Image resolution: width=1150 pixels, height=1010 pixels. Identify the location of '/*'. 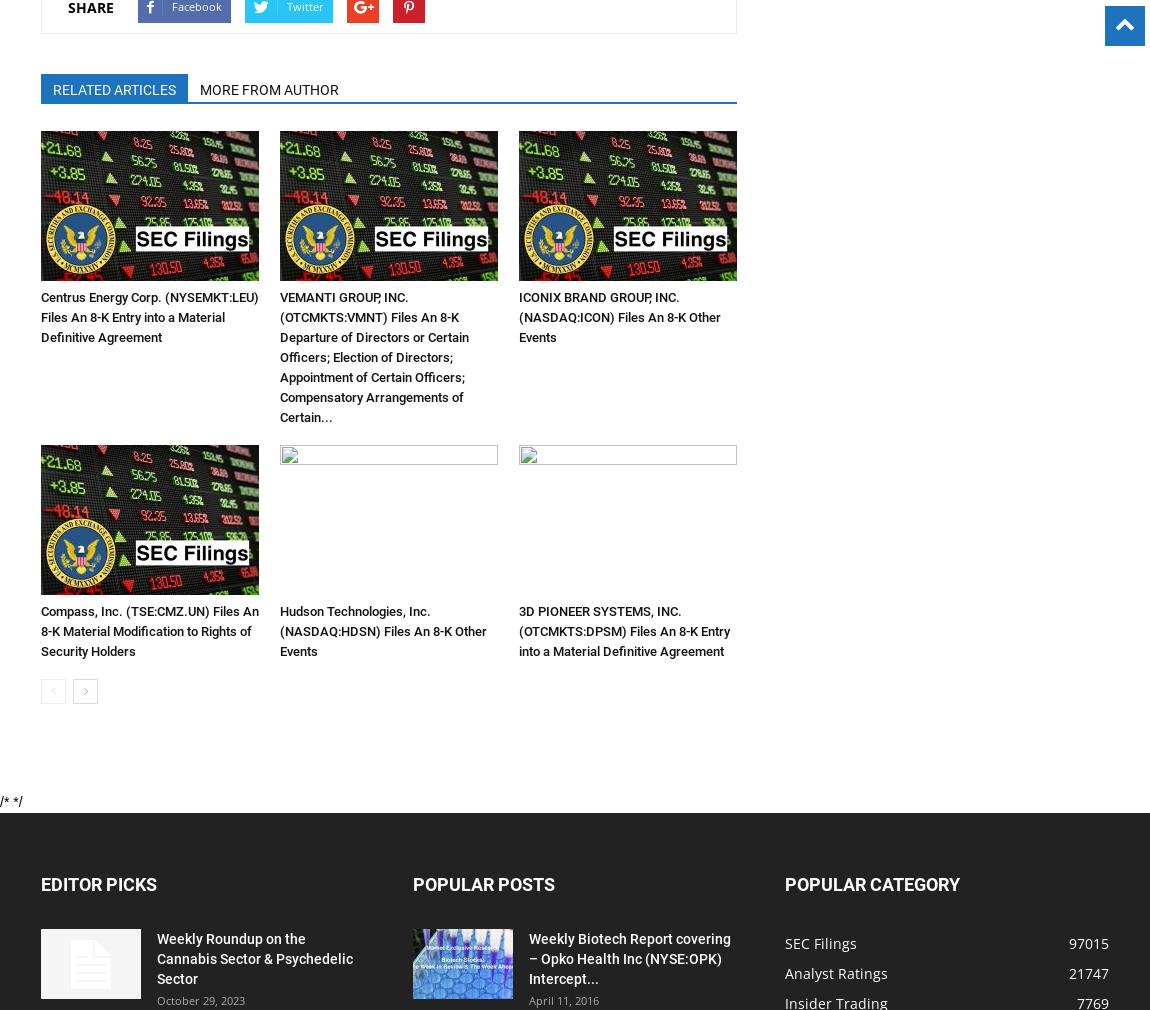
(5, 802).